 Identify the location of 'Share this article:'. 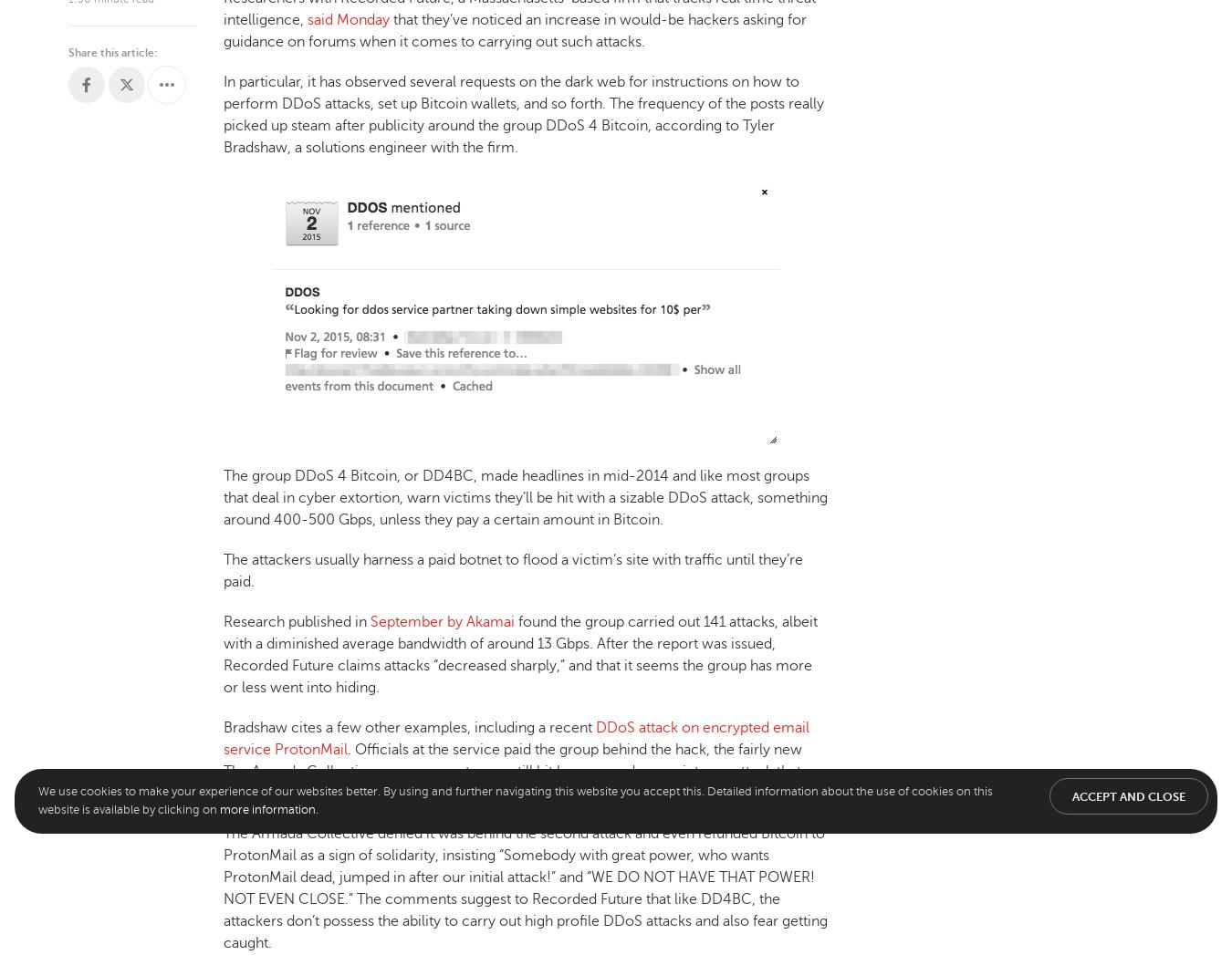
(112, 51).